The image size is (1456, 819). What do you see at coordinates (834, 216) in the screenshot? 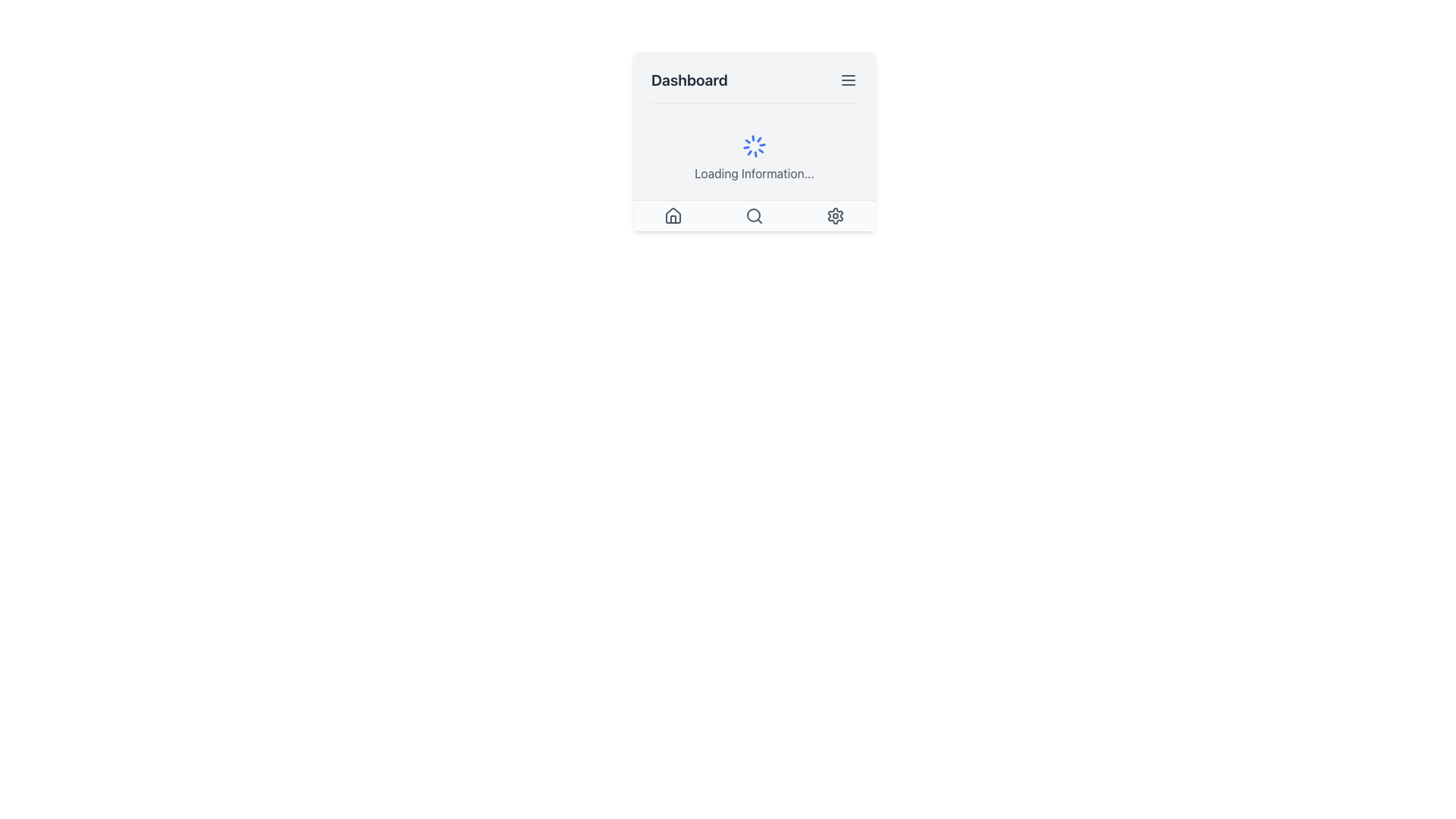
I see `the small gray gear icon located at the far right of the bottom navigation bar` at bounding box center [834, 216].